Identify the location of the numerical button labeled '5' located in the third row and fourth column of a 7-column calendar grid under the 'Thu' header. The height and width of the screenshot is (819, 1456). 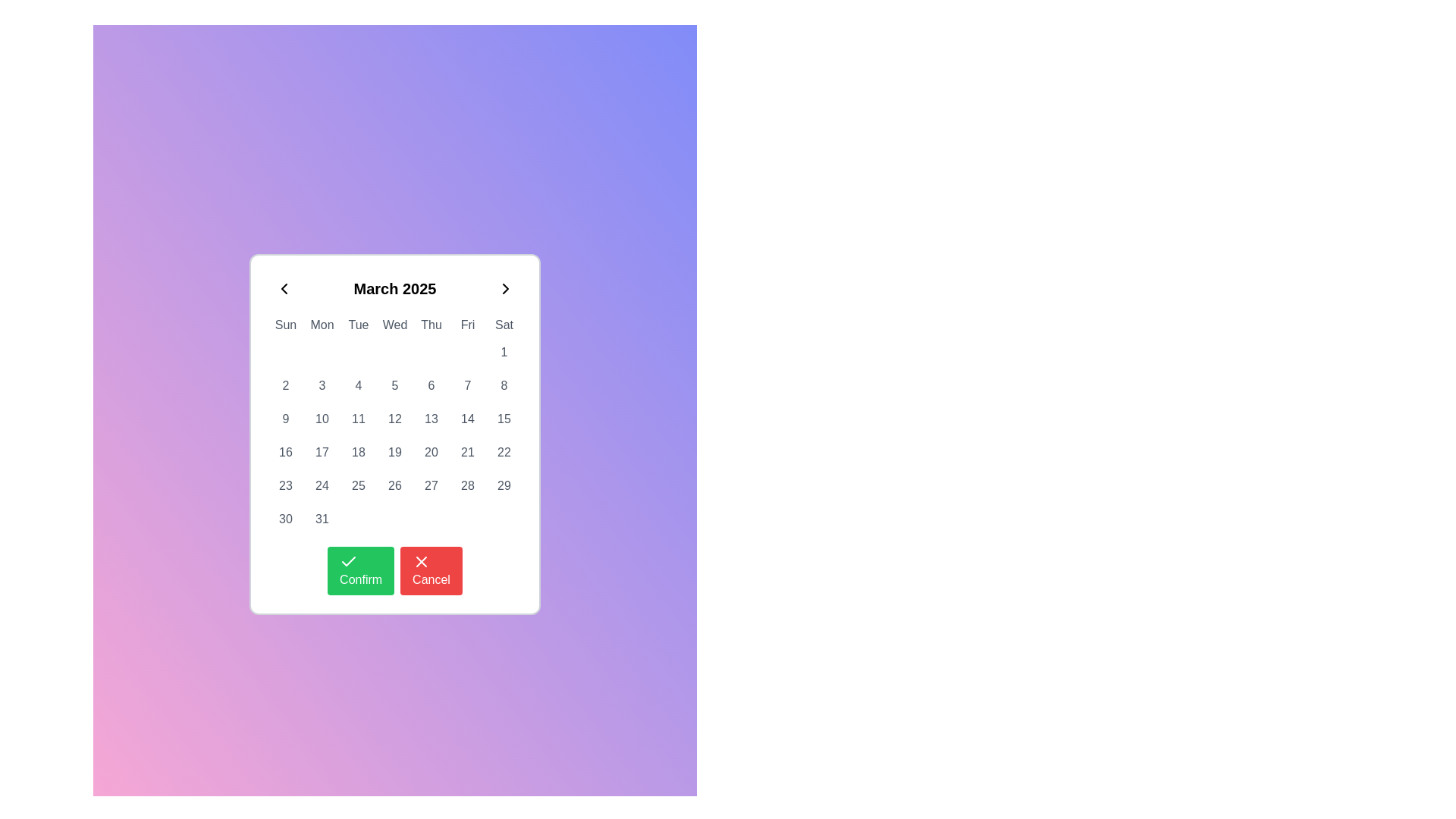
(395, 385).